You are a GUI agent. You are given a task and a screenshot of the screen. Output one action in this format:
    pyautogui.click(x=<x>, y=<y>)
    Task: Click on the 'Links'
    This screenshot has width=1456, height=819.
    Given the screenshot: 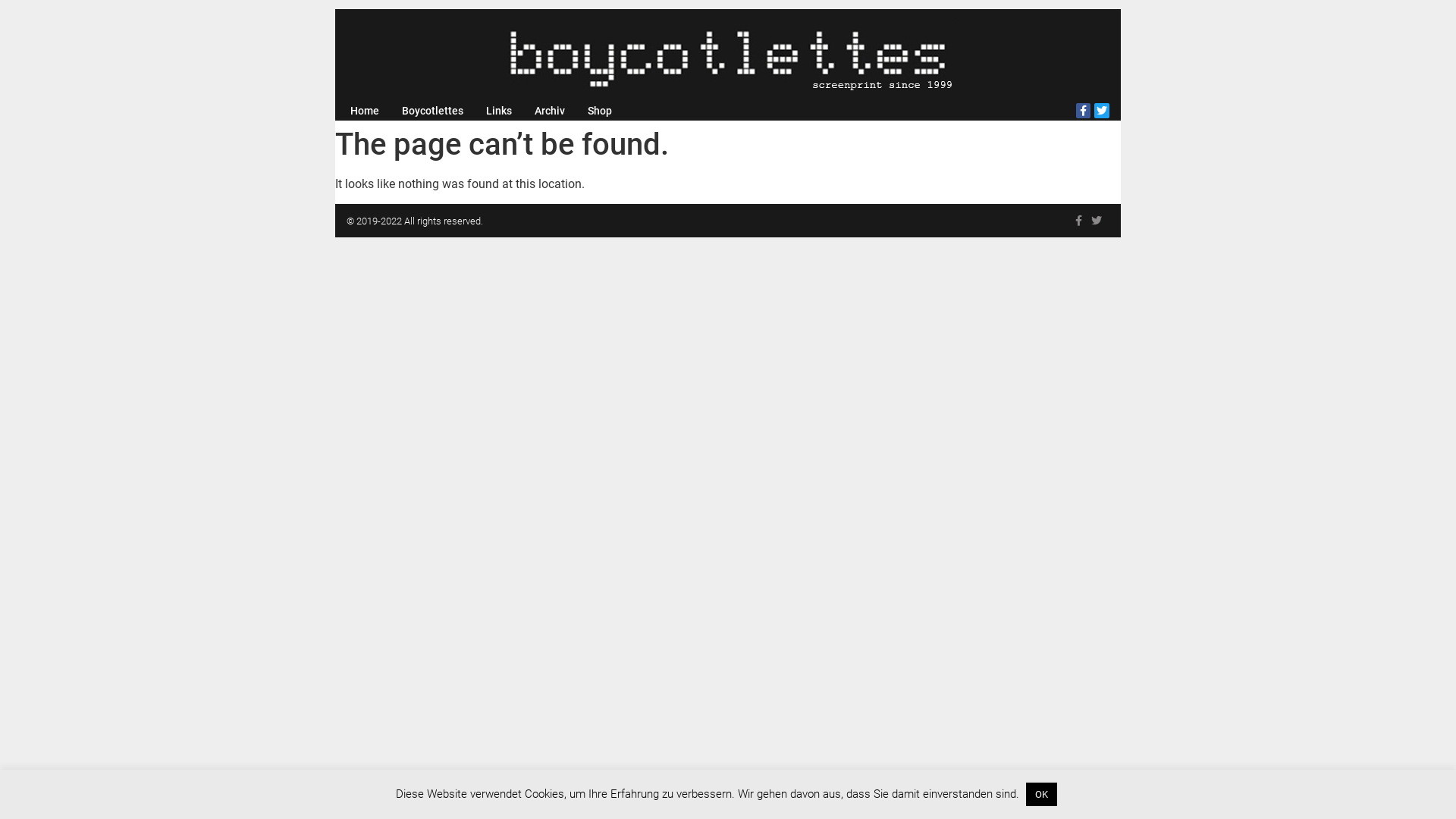 What is the action you would take?
    pyautogui.click(x=498, y=110)
    